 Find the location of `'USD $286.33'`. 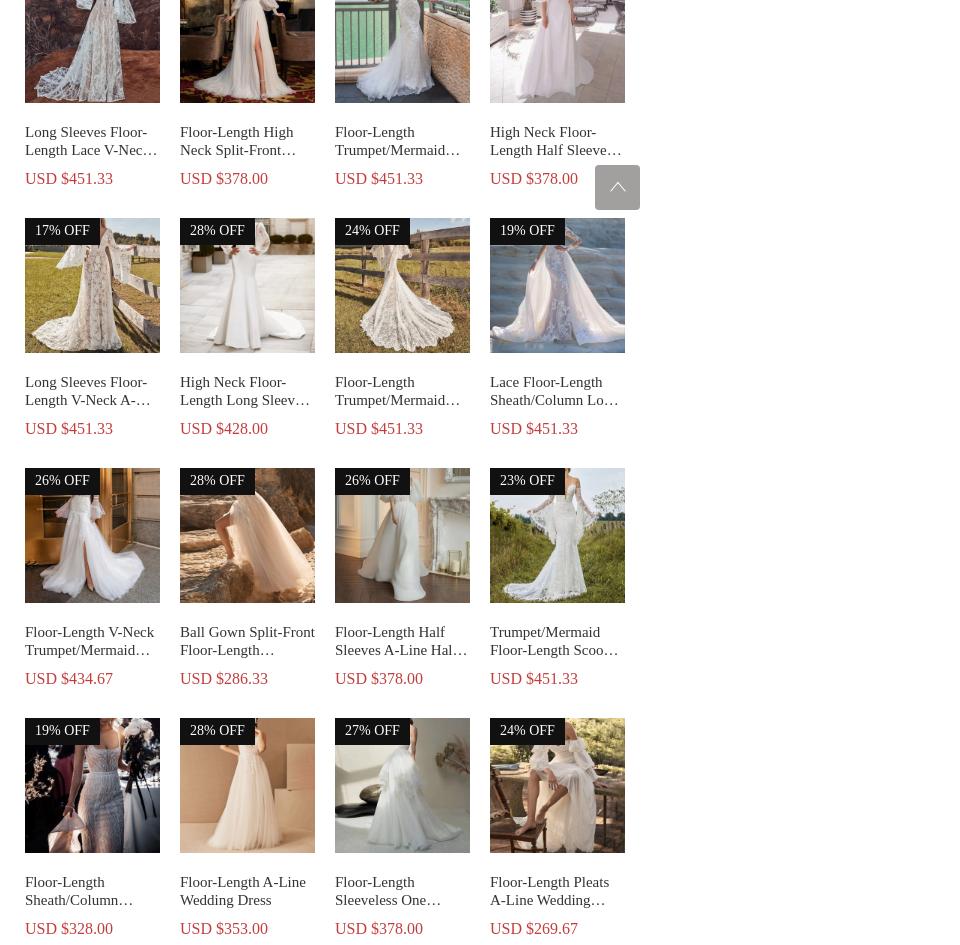

'USD $286.33' is located at coordinates (223, 677).